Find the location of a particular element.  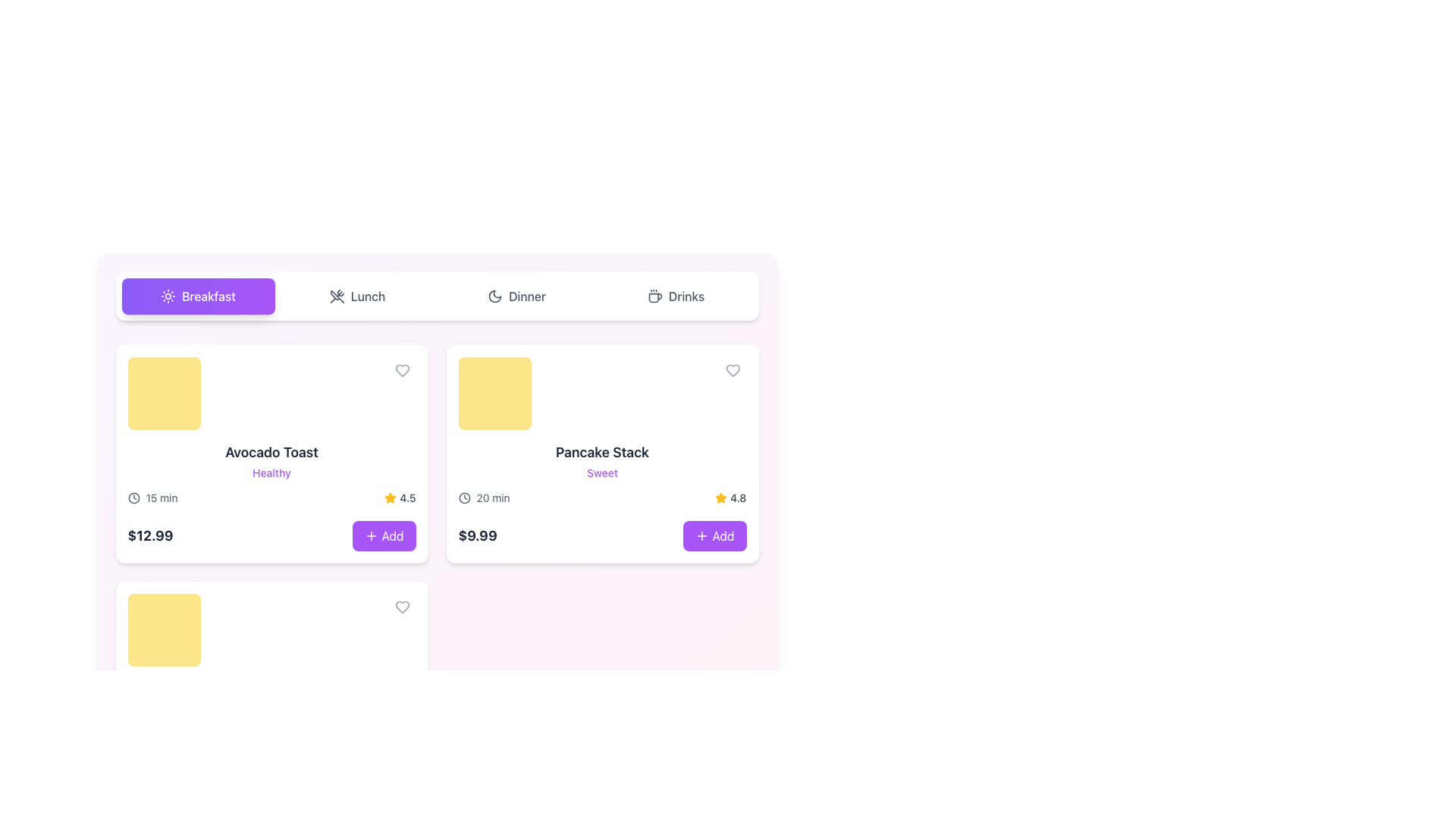

the 'Add' text label within the button that has a vibrant purple background, located at the bottom-right corner of the 'Pancake Stack' card is located at coordinates (723, 535).